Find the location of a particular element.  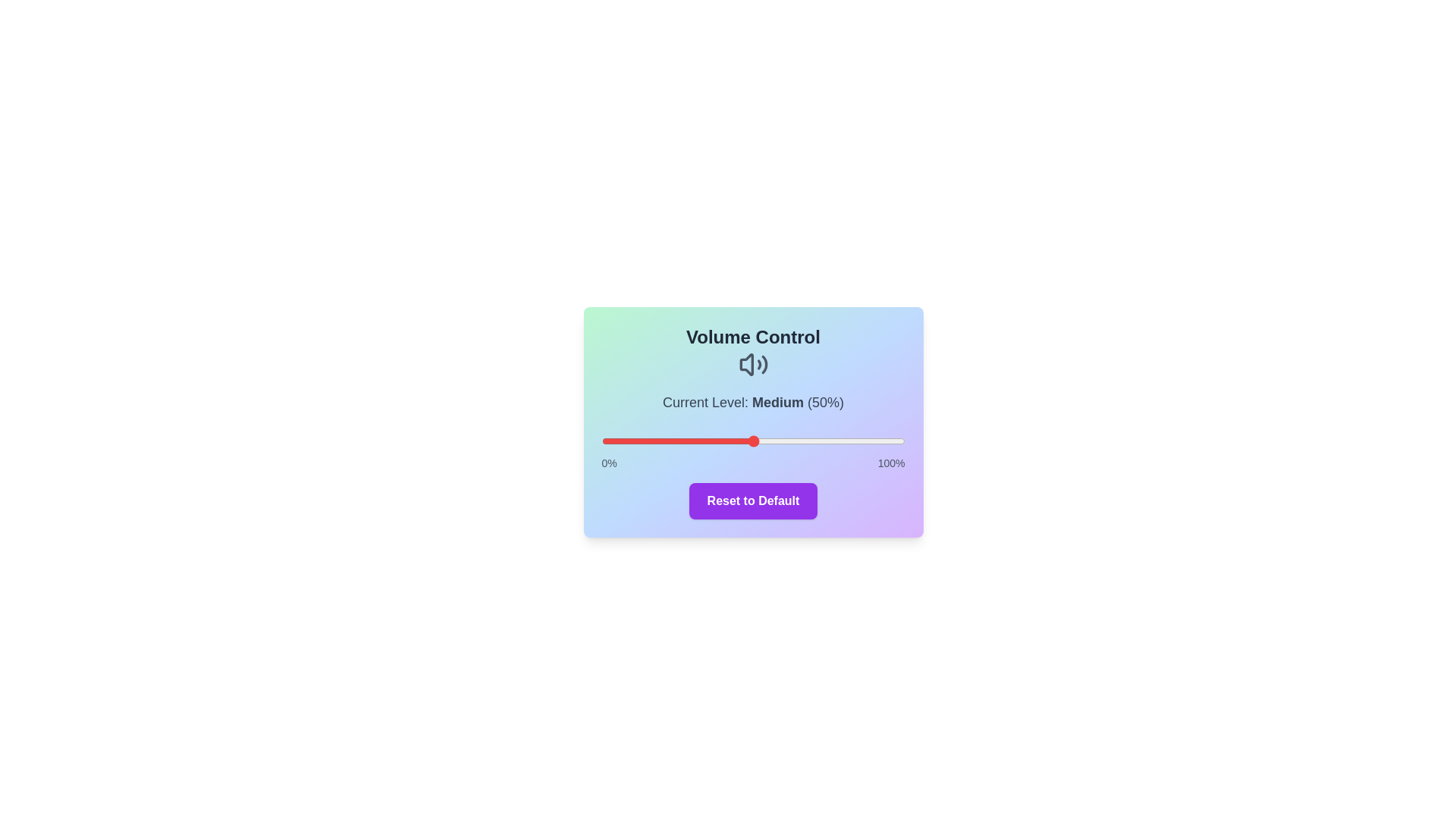

the volume to 65% by dragging the slider is located at coordinates (798, 441).